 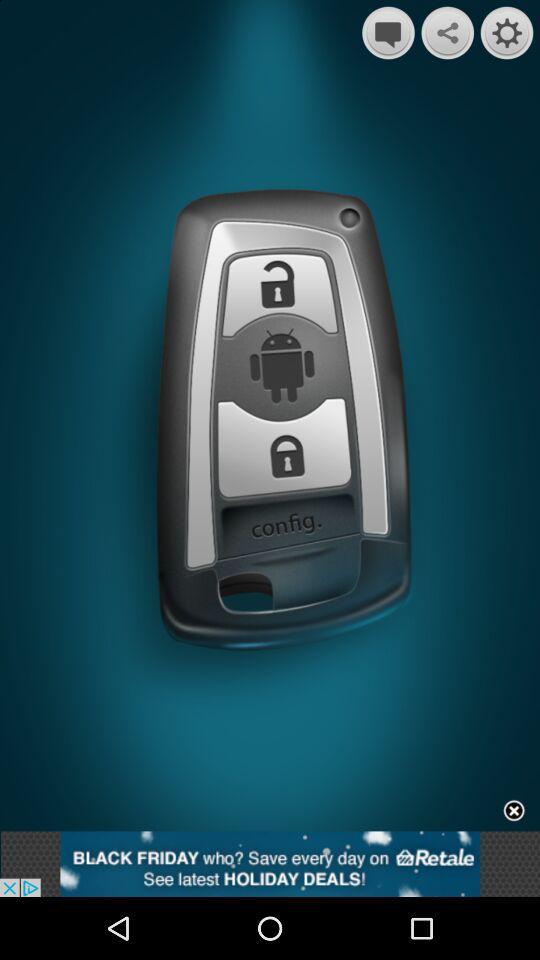 I want to click on the settings icon, so click(x=507, y=34).